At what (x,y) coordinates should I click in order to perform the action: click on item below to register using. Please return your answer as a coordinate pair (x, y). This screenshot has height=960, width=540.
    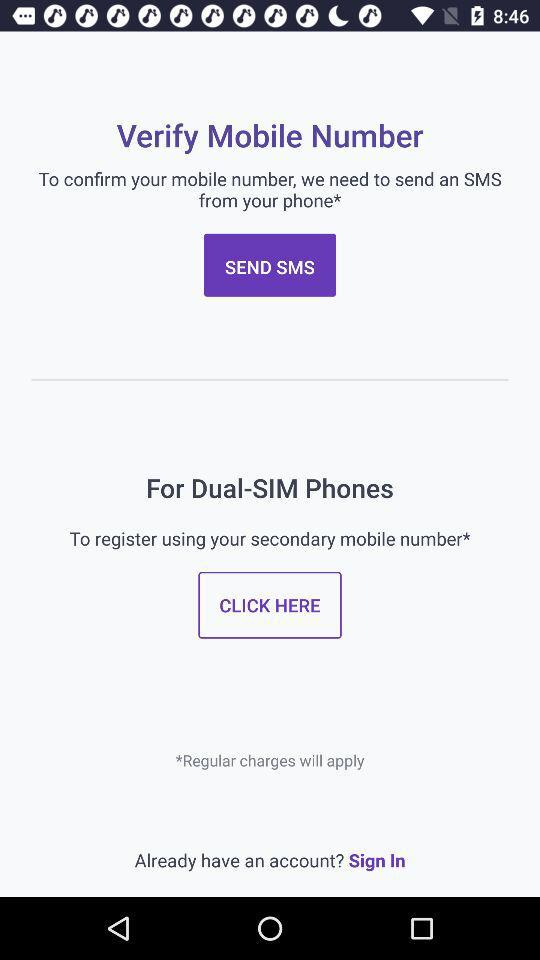
    Looking at the image, I should click on (270, 604).